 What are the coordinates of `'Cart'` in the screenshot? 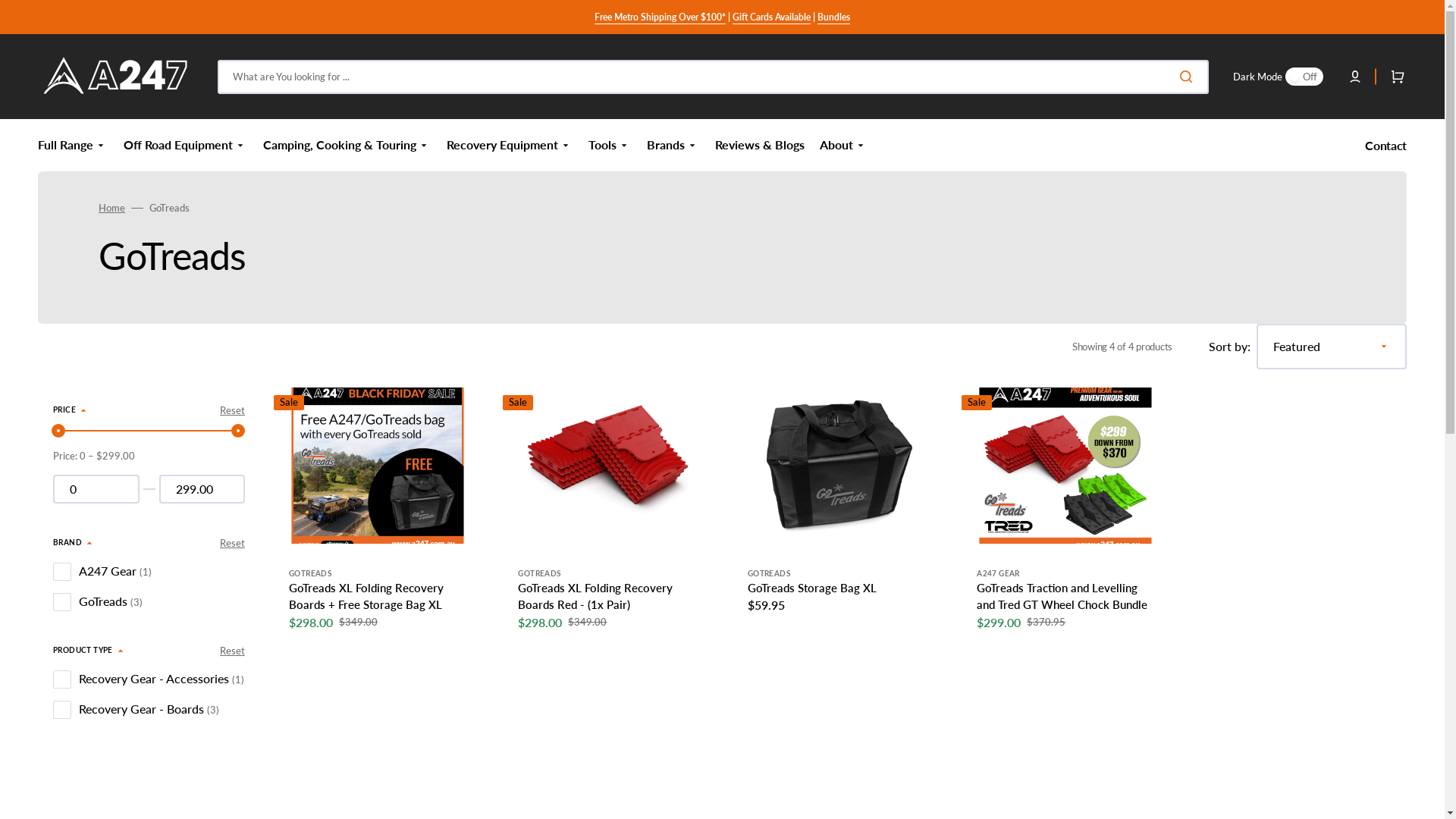 It's located at (1375, 76).